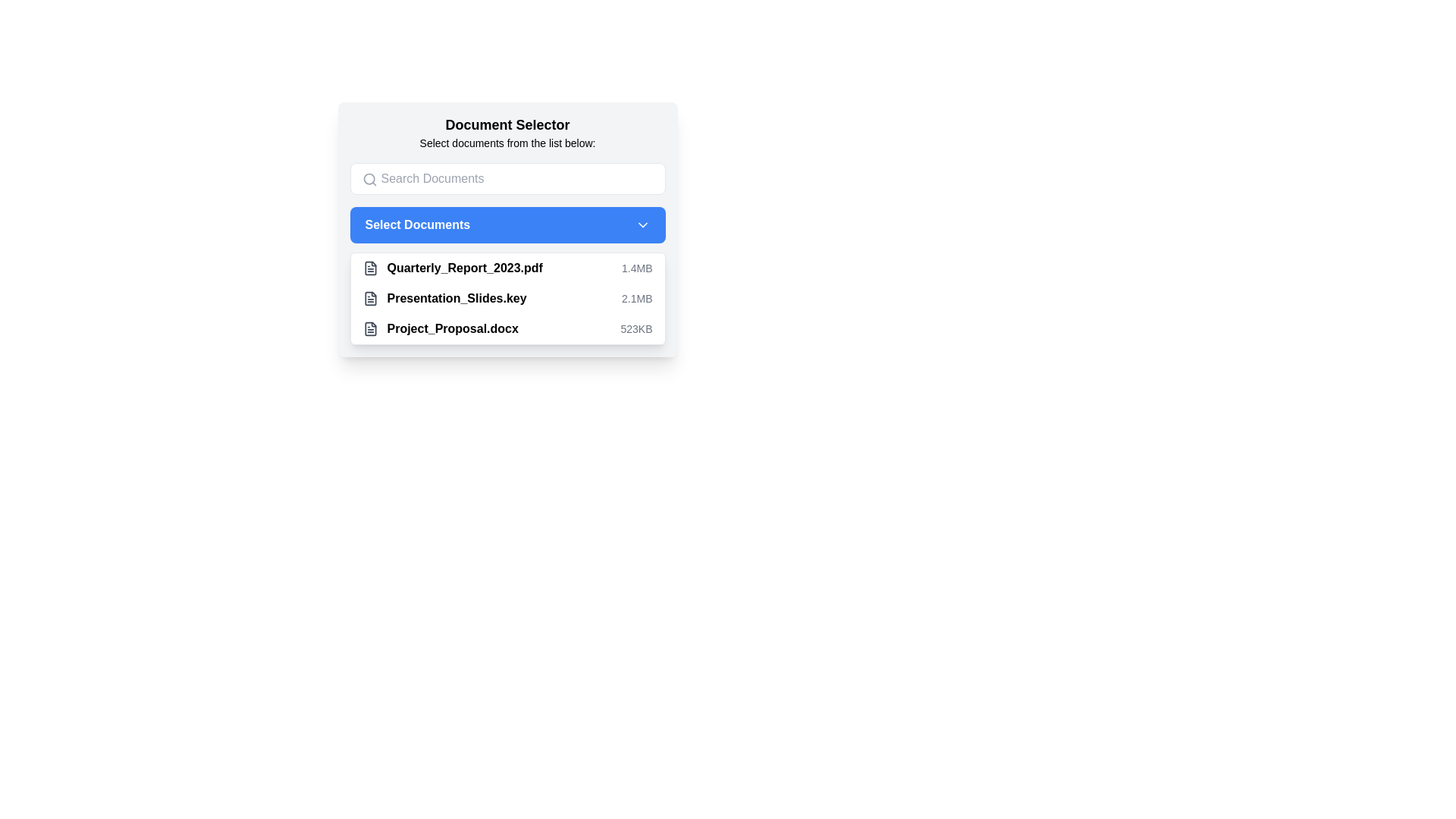 Image resolution: width=1456 pixels, height=819 pixels. What do you see at coordinates (507, 230) in the screenshot?
I see `the blue button labeled 'Select Documents'` at bounding box center [507, 230].